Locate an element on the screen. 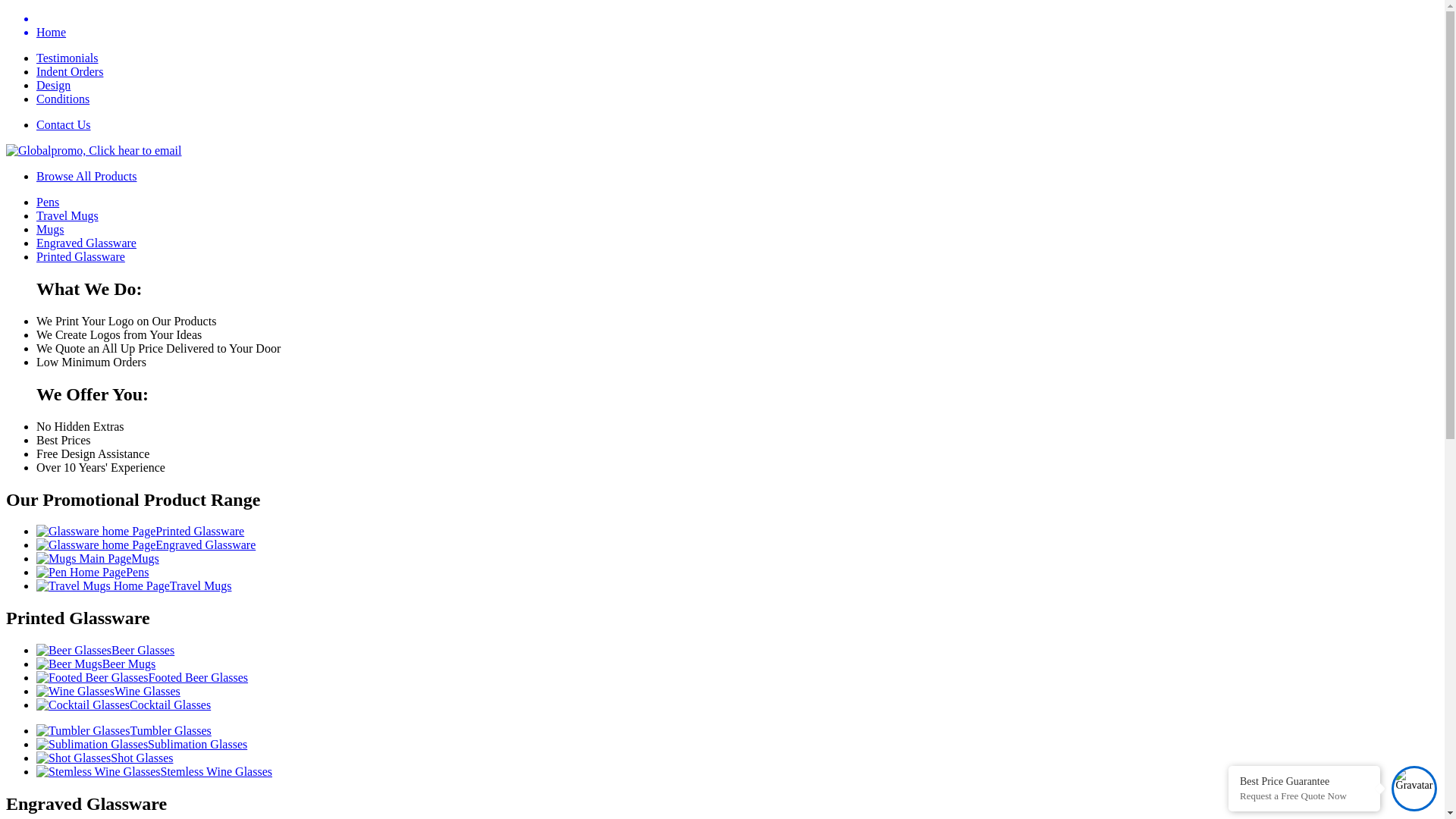  'Mugs' is located at coordinates (50, 229).